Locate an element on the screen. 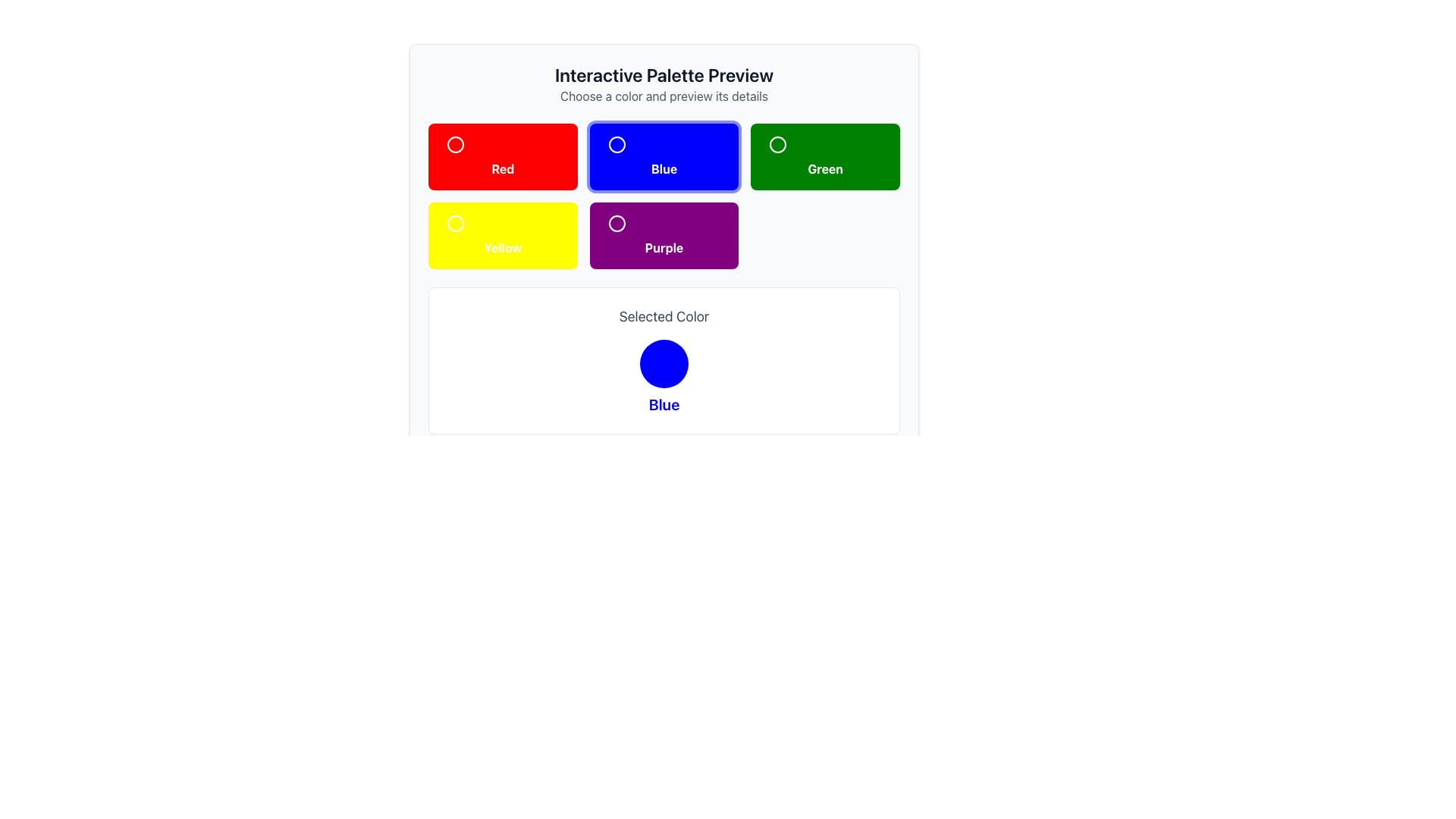 Image resolution: width=1456 pixels, height=819 pixels. the circular visual indicator within the 'Yellow' button to verify its selection state is located at coordinates (454, 223).